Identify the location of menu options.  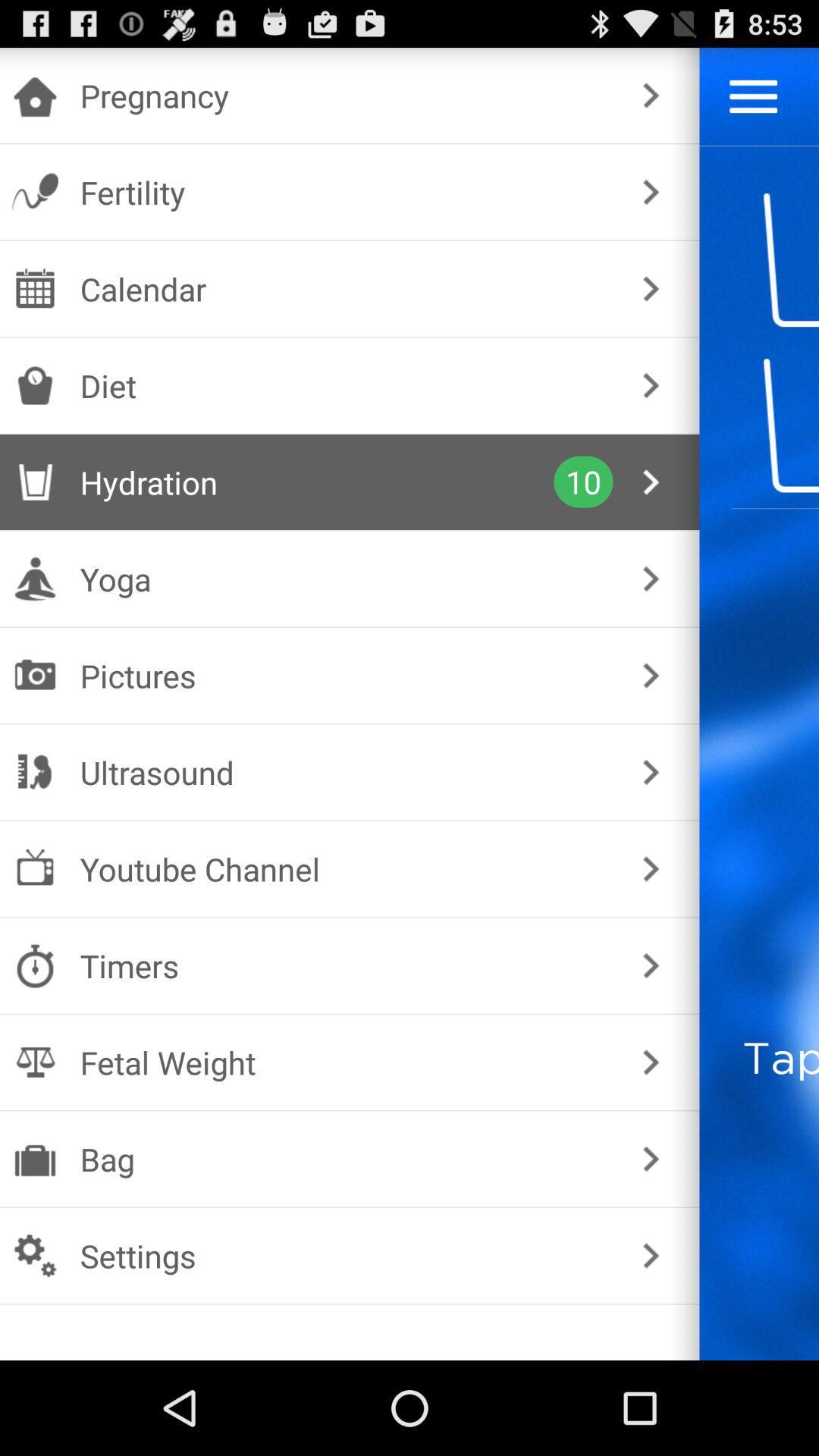
(753, 96).